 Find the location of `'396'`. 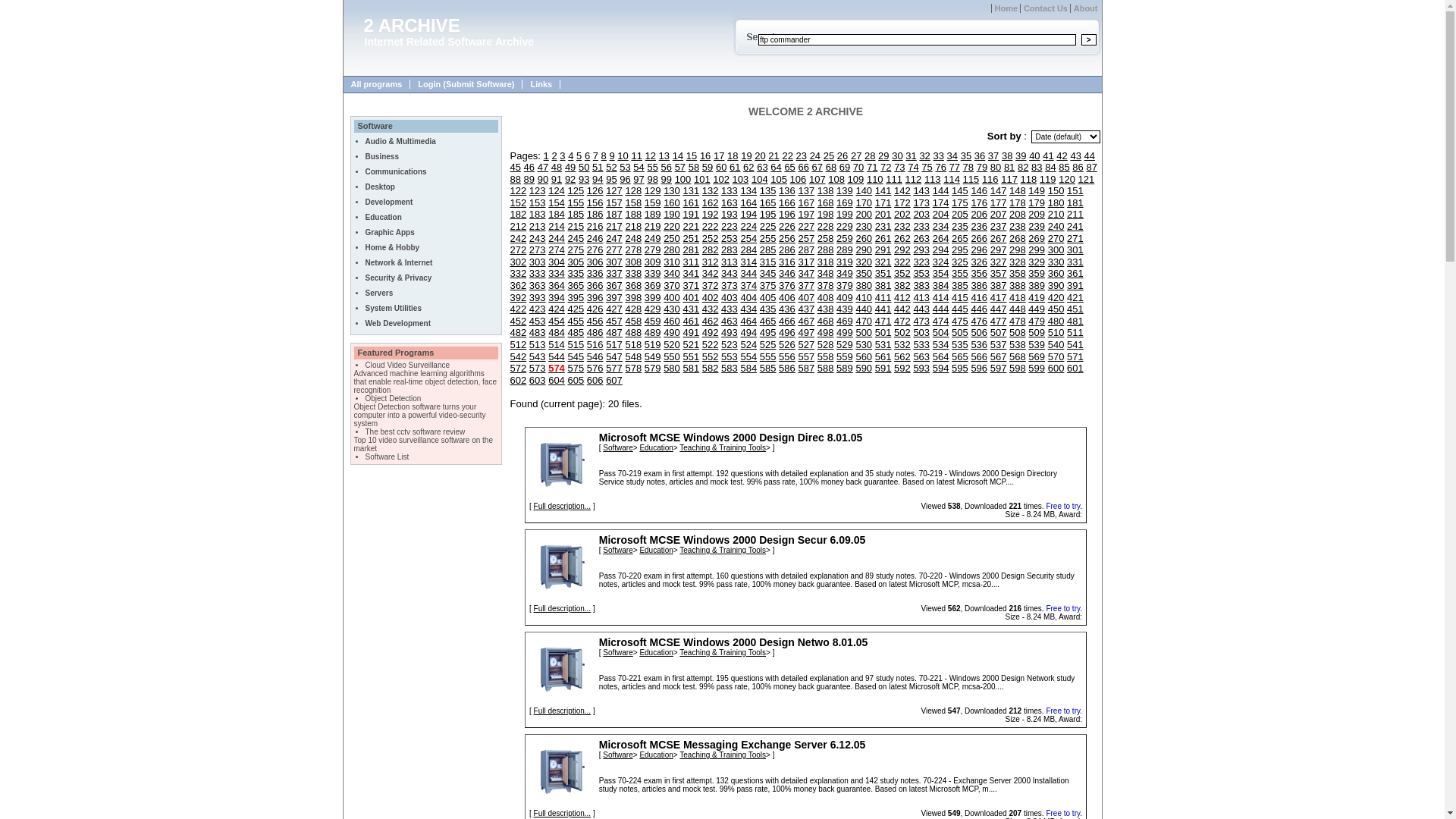

'396' is located at coordinates (595, 297).